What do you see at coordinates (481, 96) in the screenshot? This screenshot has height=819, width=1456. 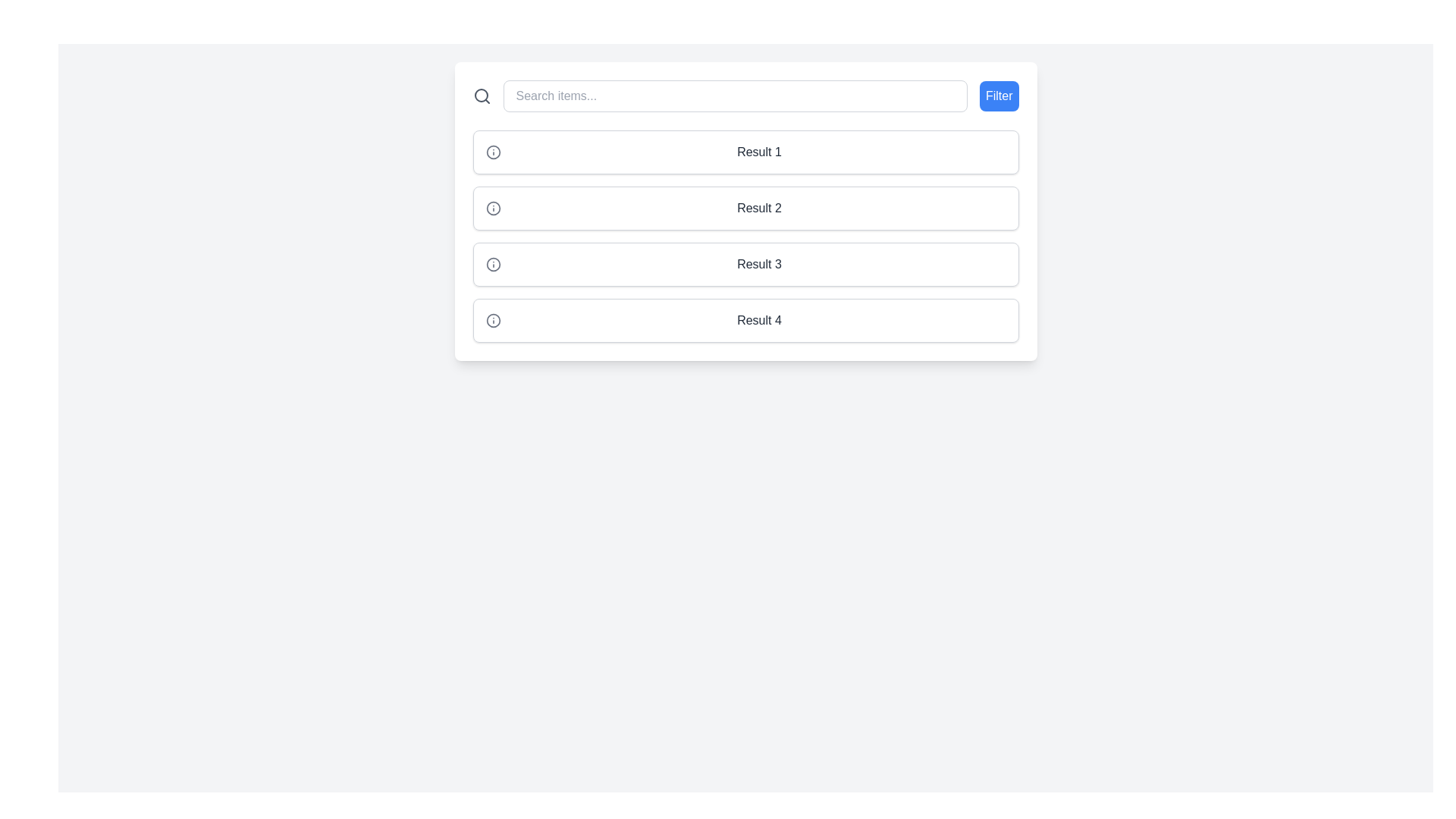 I see `the gray search icon, which is a simple line art magnifying glass located at the far left of a horizontal group containing a text input field and a blue filter button` at bounding box center [481, 96].